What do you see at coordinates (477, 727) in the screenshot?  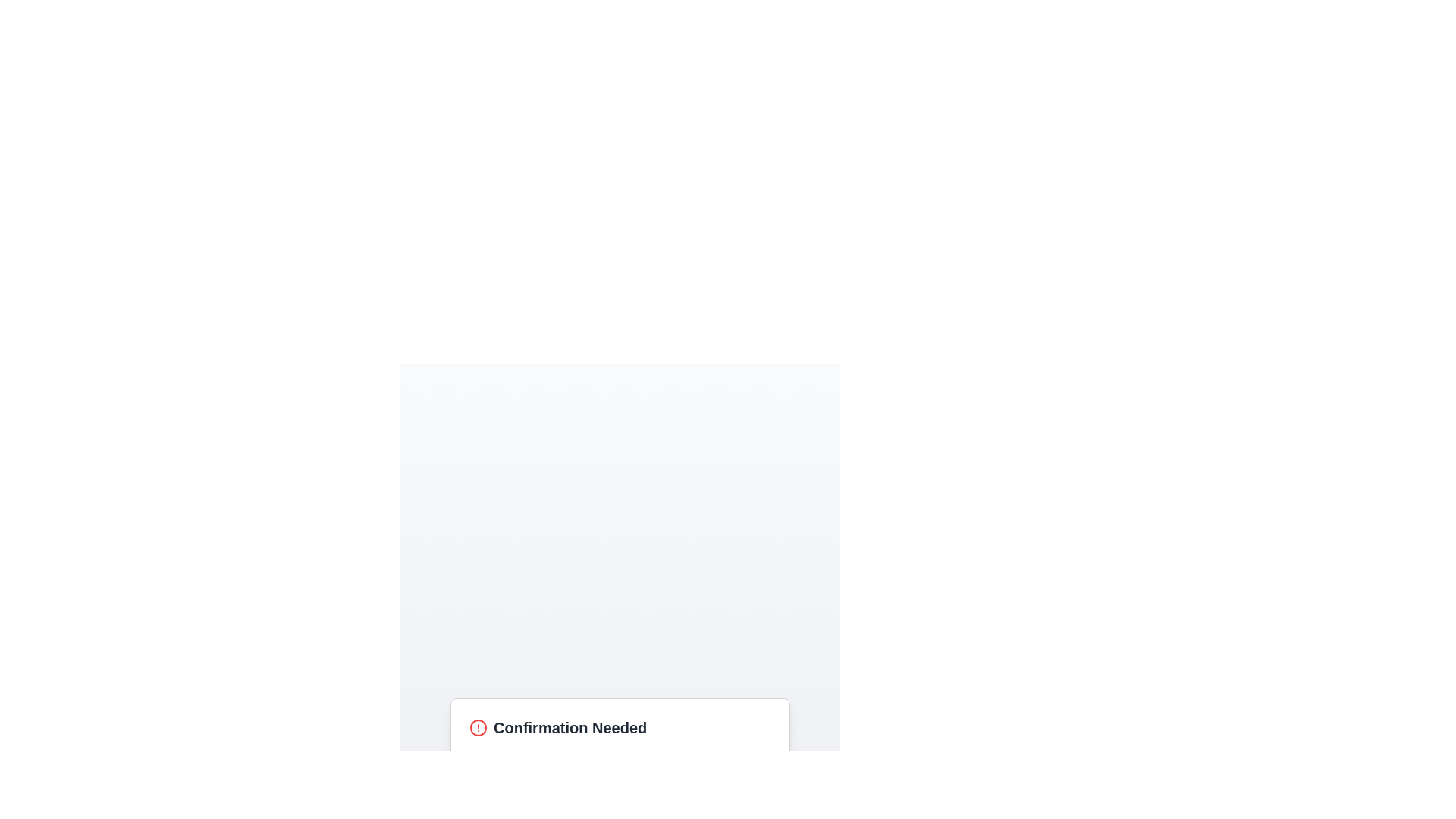 I see `the warning icon that indicates a 'Confirmation Needed' message, located to the left of the text content` at bounding box center [477, 727].